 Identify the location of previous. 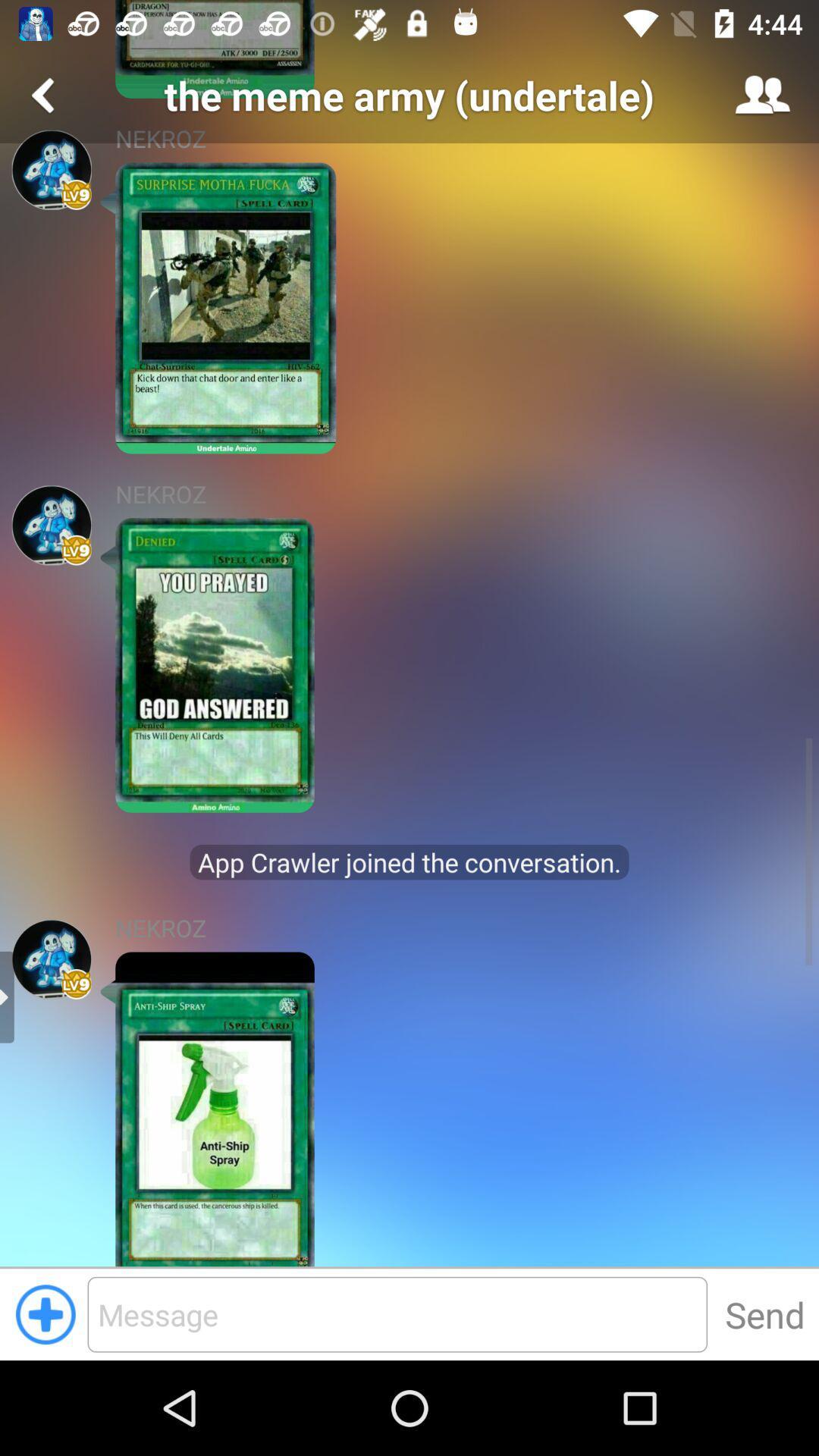
(45, 94).